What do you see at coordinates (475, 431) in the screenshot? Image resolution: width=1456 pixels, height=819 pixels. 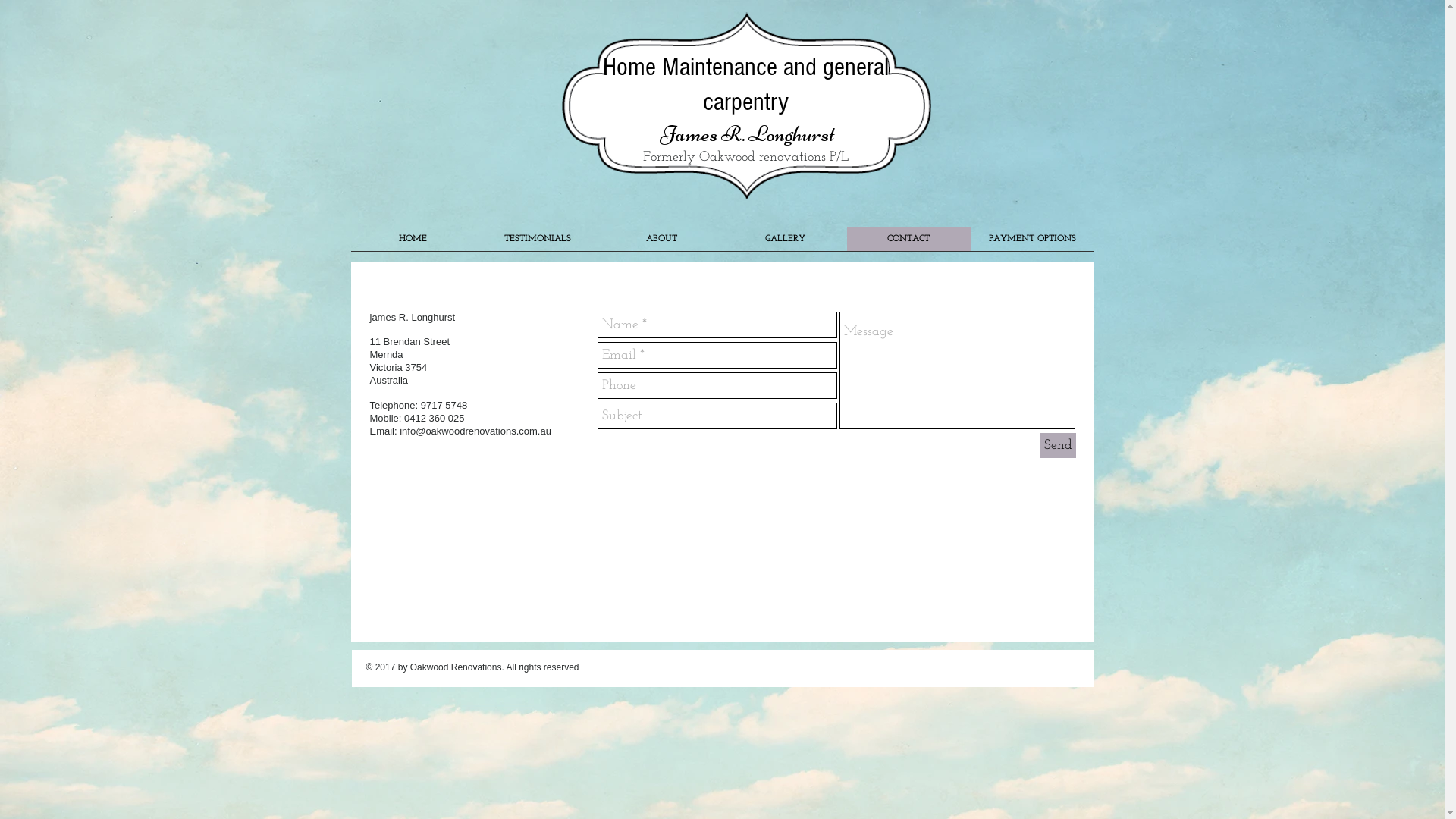 I see `'info@oakwoodrenovations.com.au'` at bounding box center [475, 431].